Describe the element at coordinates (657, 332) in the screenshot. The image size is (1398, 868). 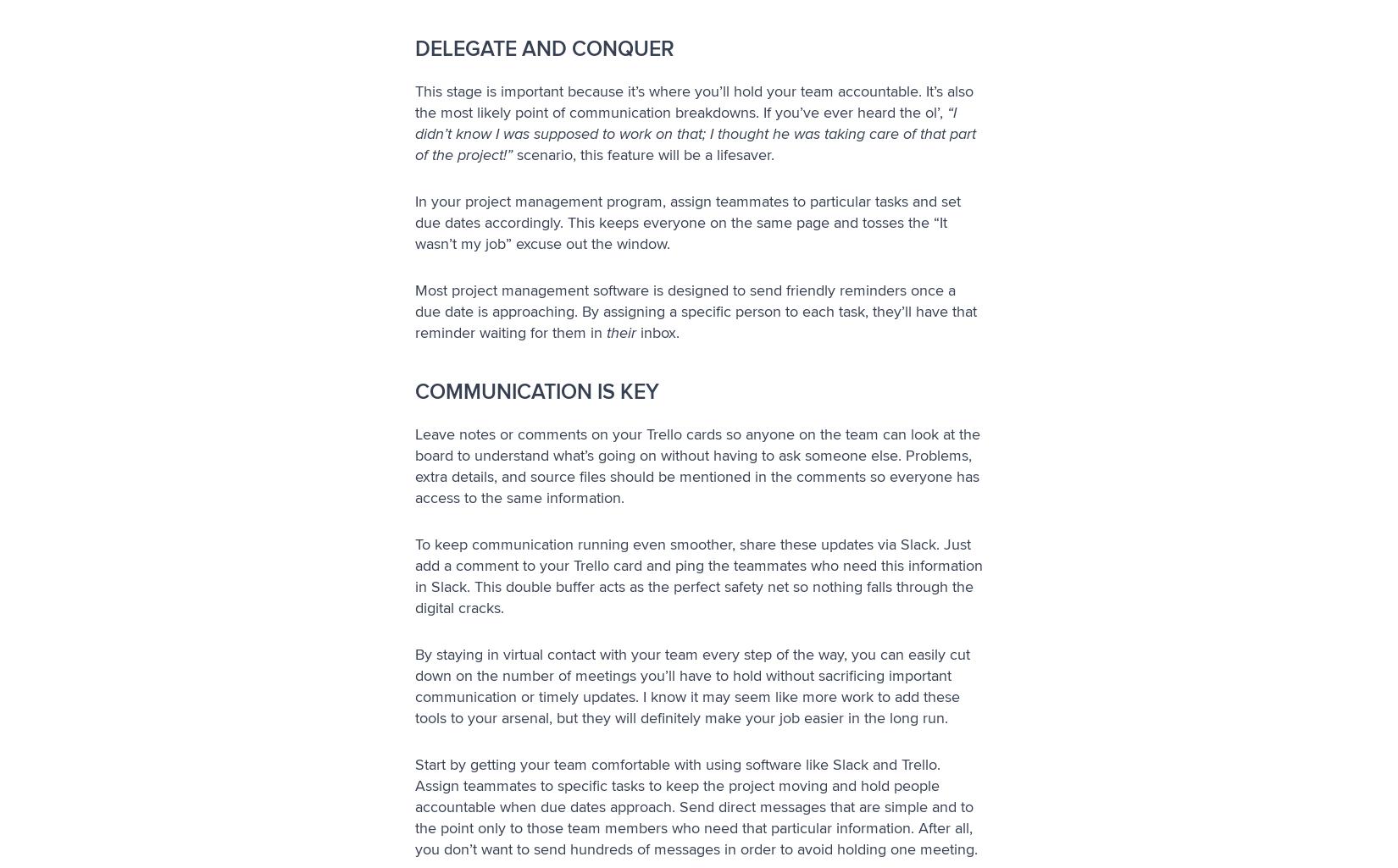
I see `'inbox.'` at that location.